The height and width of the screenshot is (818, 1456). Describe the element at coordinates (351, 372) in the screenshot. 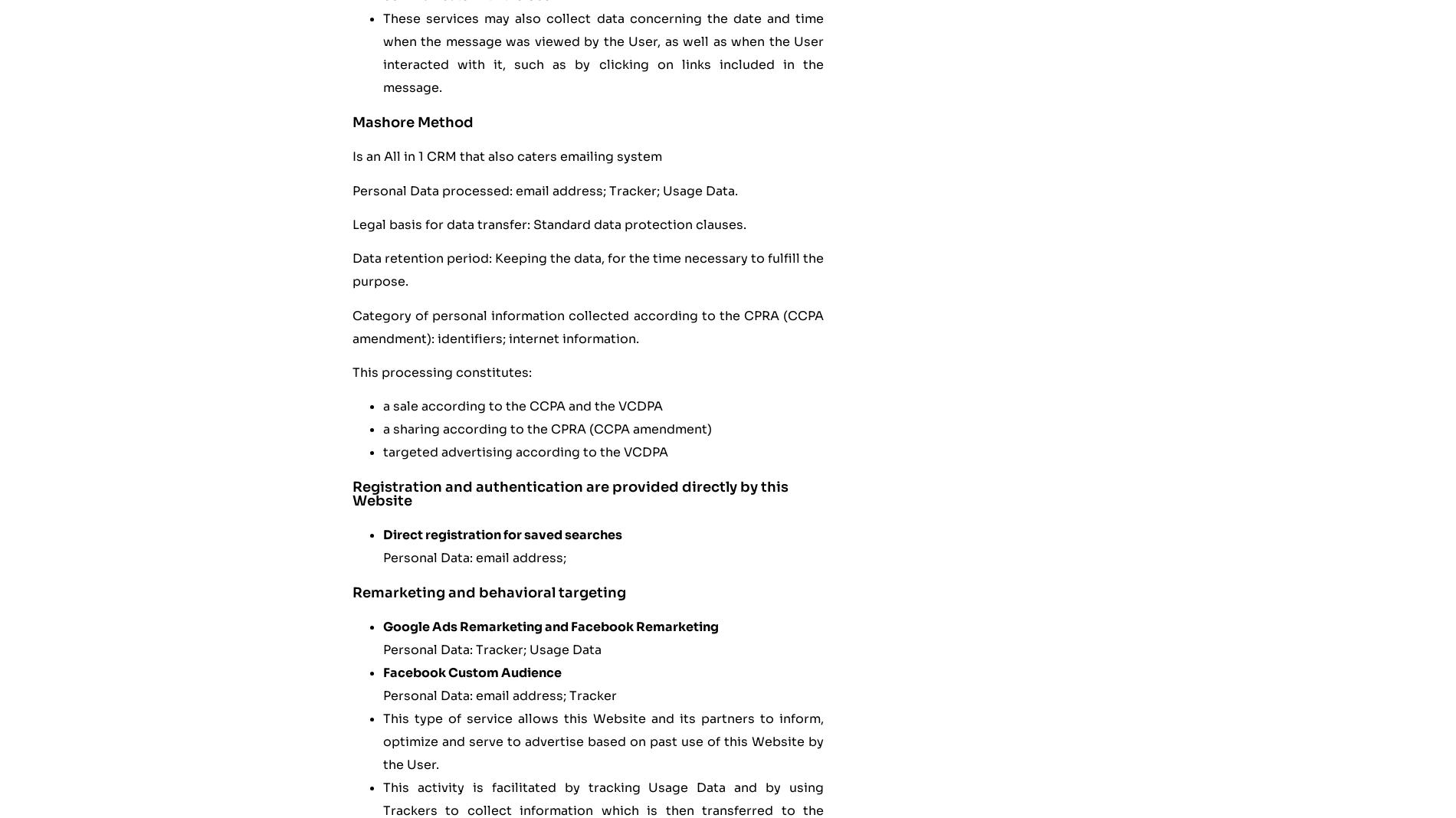

I see `'This processing constitutes:'` at that location.